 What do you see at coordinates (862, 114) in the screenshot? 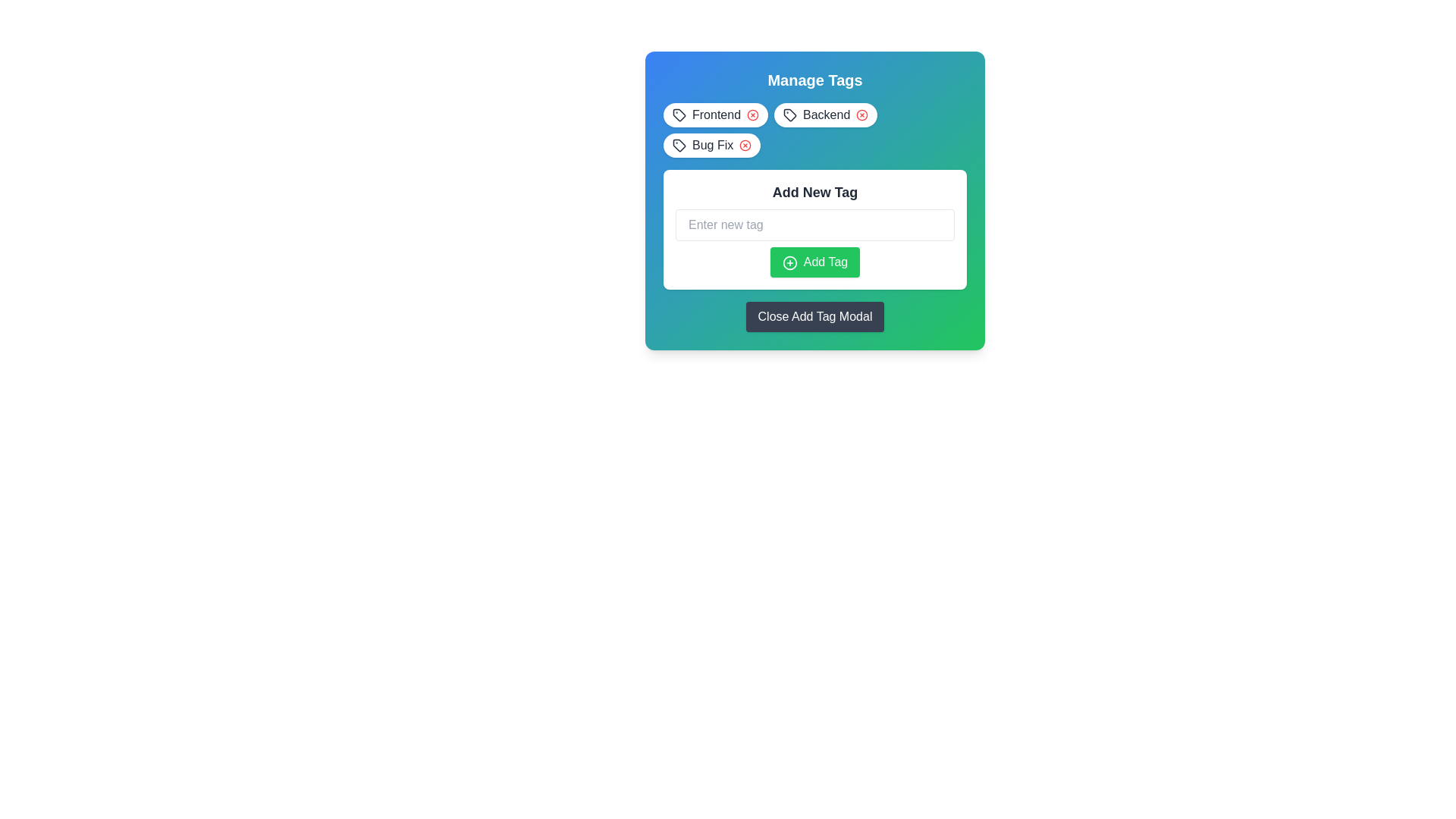
I see `the central circular component of the 'close' icon graphic in the 'Backend' tag within the 'Manage Tags' section` at bounding box center [862, 114].